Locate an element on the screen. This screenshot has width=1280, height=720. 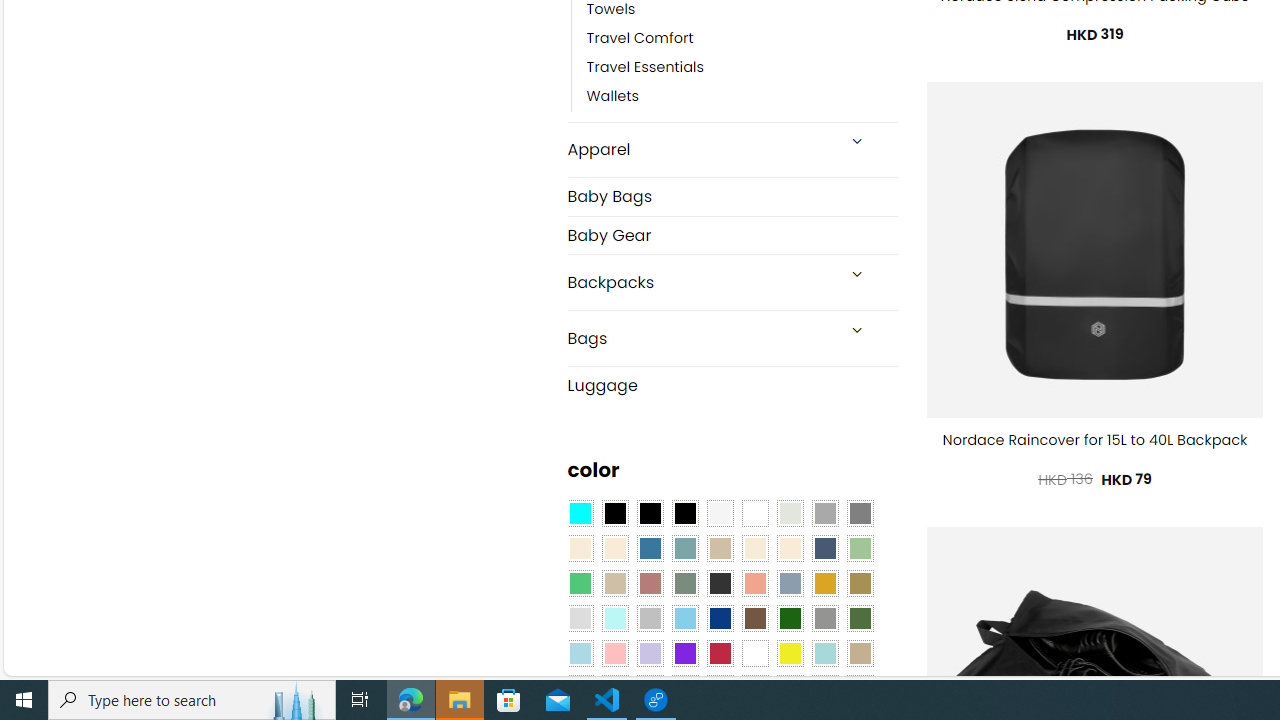
'Brown' is located at coordinates (754, 618).